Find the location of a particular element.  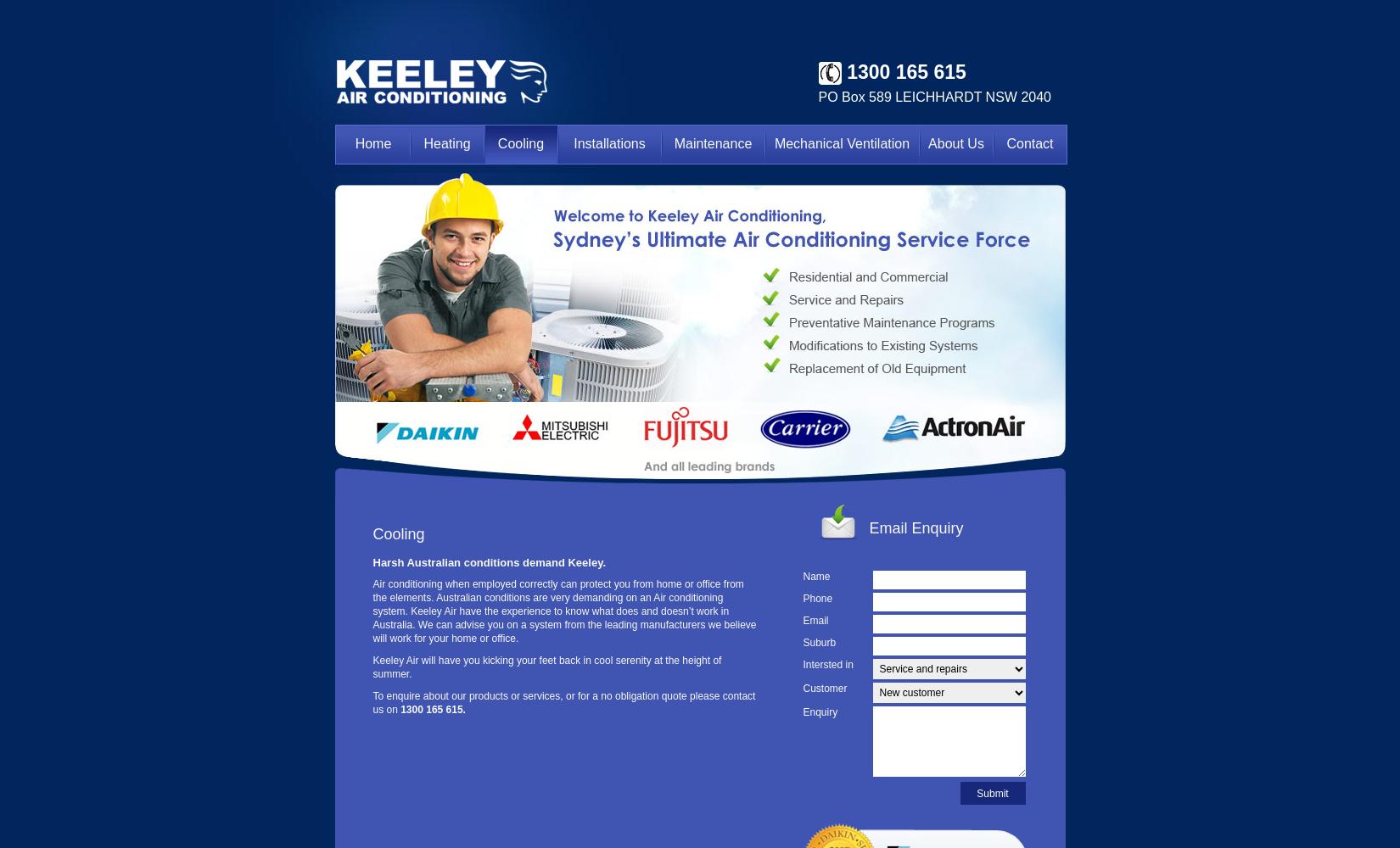

'Customer' is located at coordinates (825, 689).